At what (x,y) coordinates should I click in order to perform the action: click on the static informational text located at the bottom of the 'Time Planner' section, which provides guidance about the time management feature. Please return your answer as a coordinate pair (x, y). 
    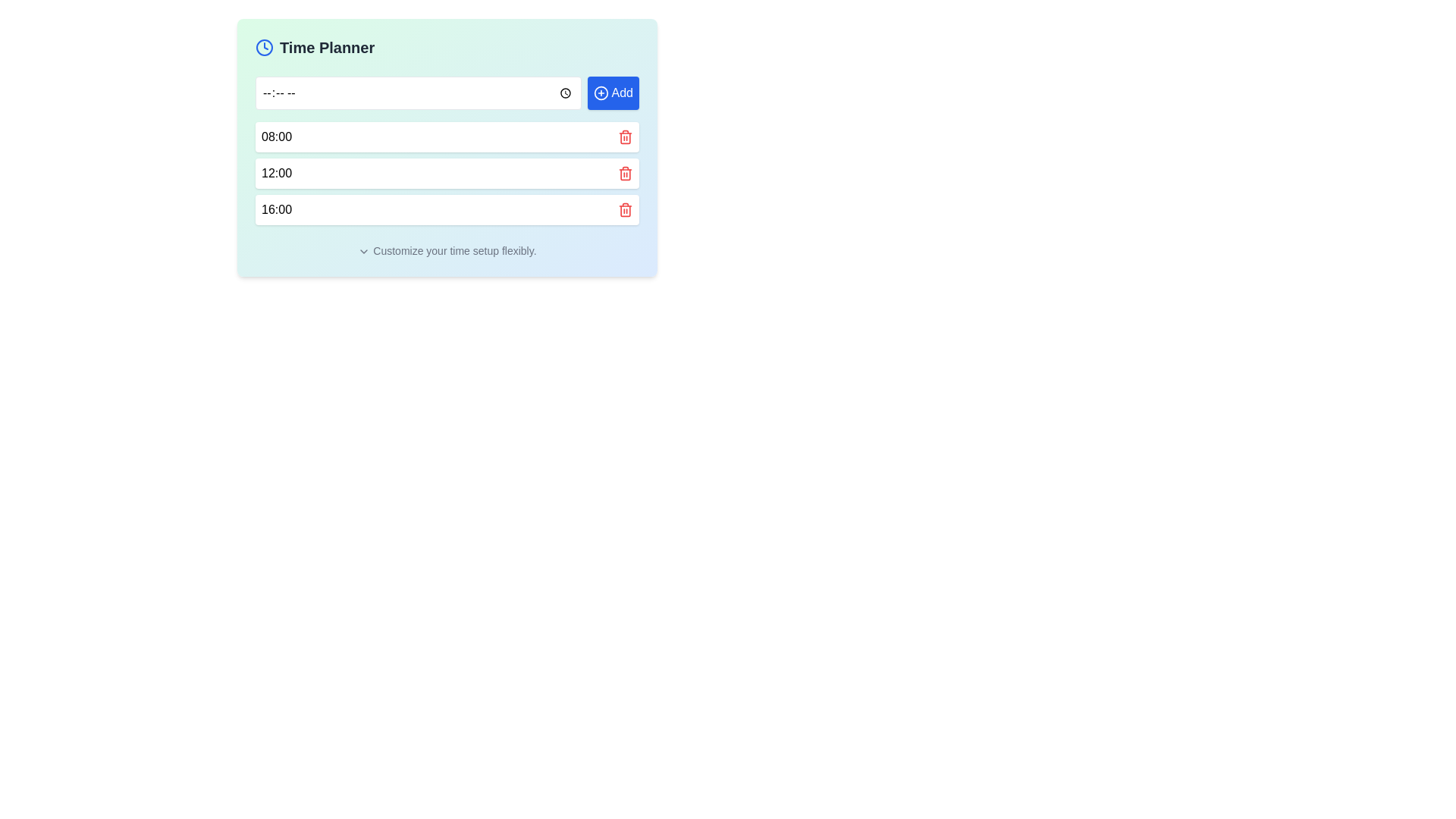
    Looking at the image, I should click on (447, 250).